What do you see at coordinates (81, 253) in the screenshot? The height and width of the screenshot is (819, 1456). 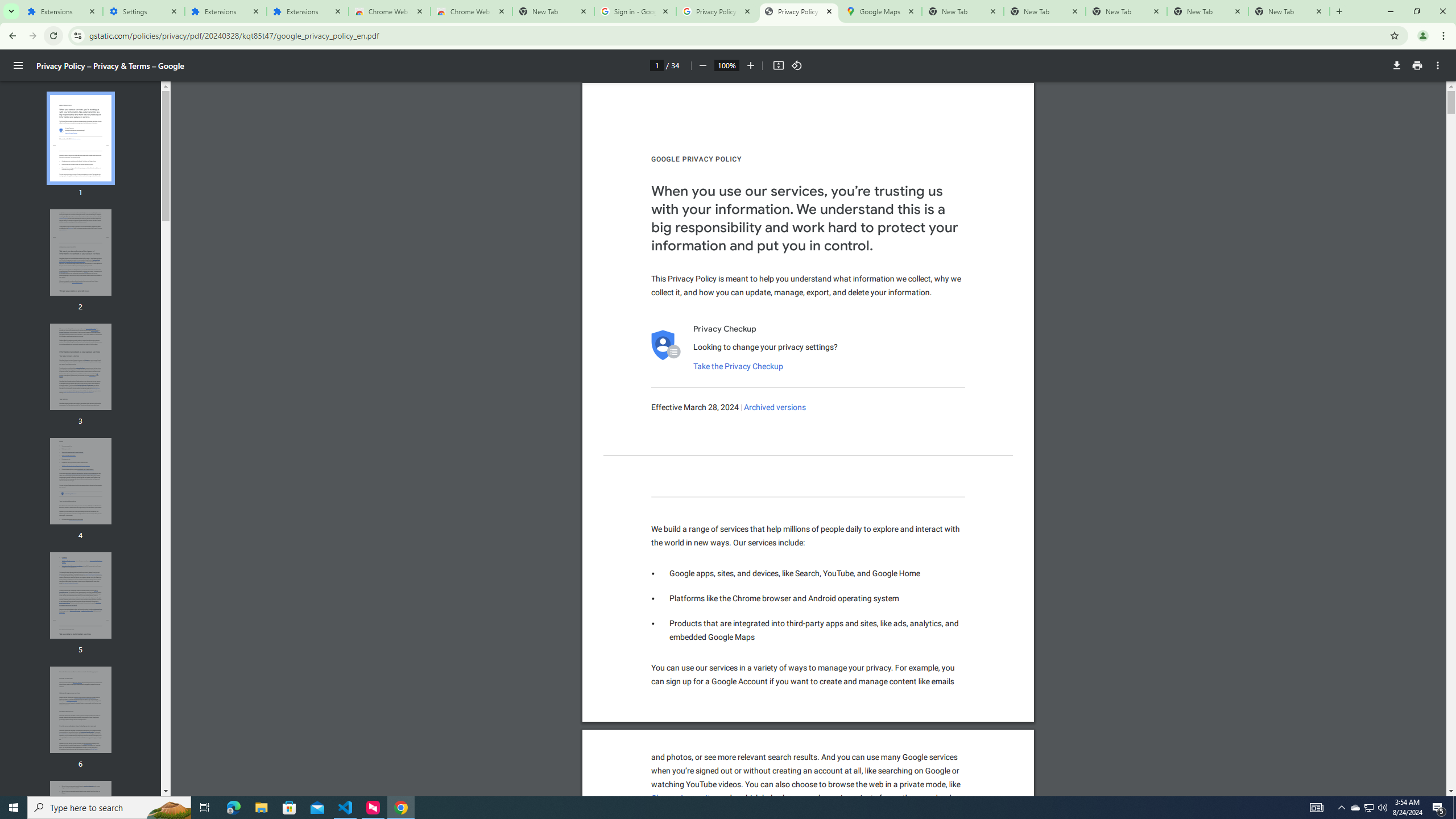 I see `'Thumbnail for page 2'` at bounding box center [81, 253].